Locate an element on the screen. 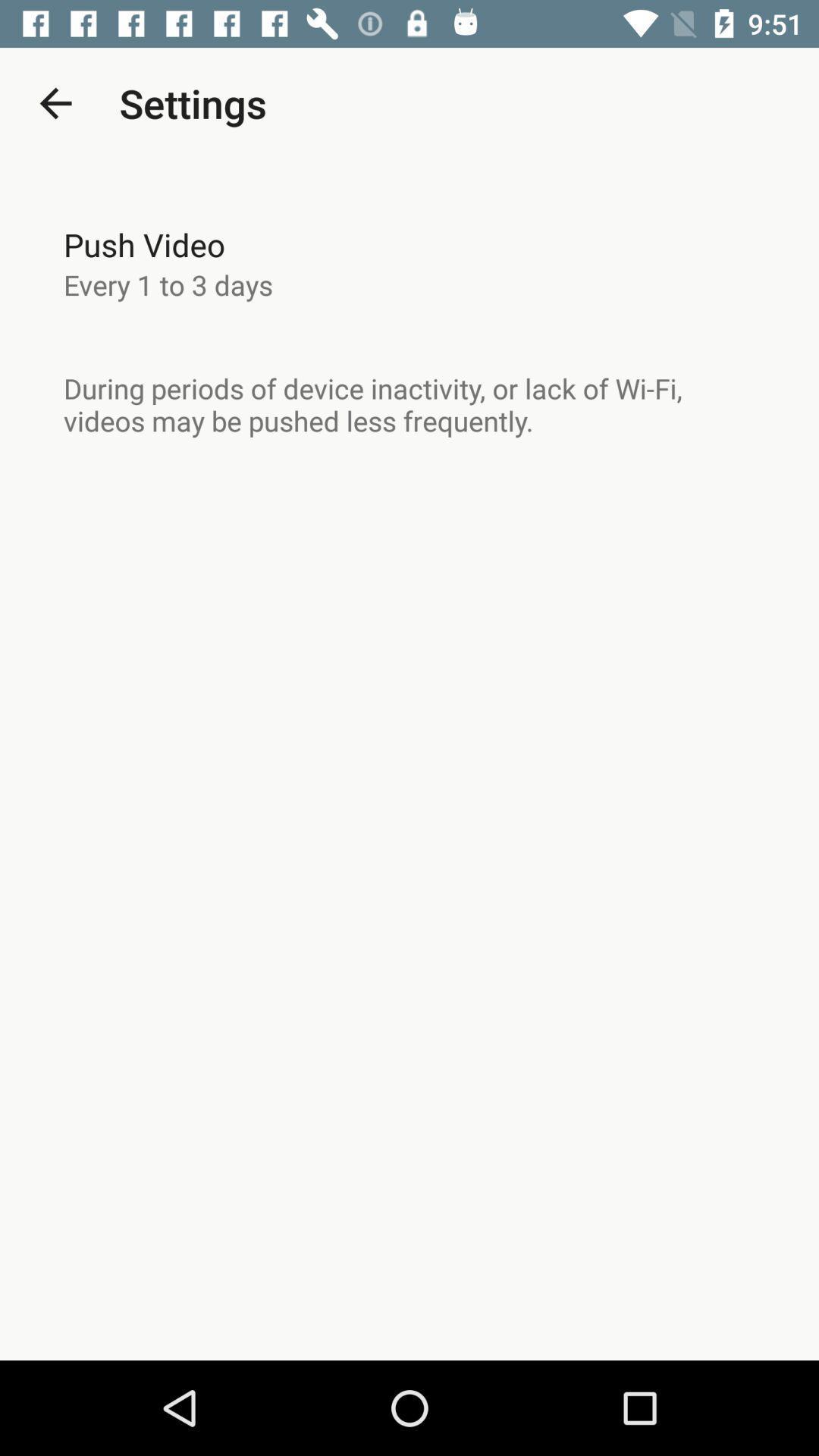 The image size is (819, 1456). the every 1 to icon is located at coordinates (168, 284).